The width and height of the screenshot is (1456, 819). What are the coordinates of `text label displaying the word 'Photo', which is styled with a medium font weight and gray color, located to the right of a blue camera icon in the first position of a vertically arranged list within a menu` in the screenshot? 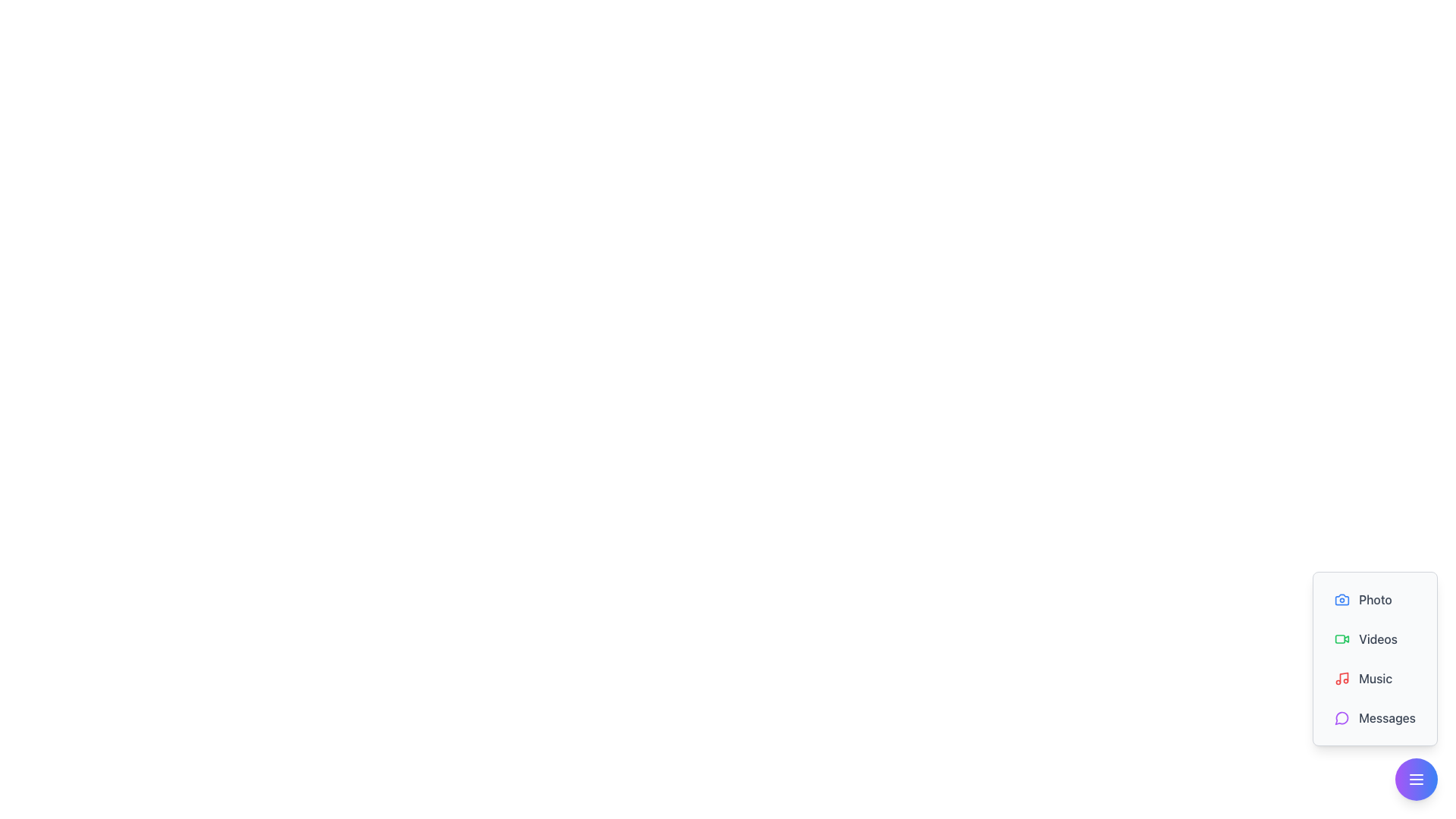 It's located at (1376, 598).